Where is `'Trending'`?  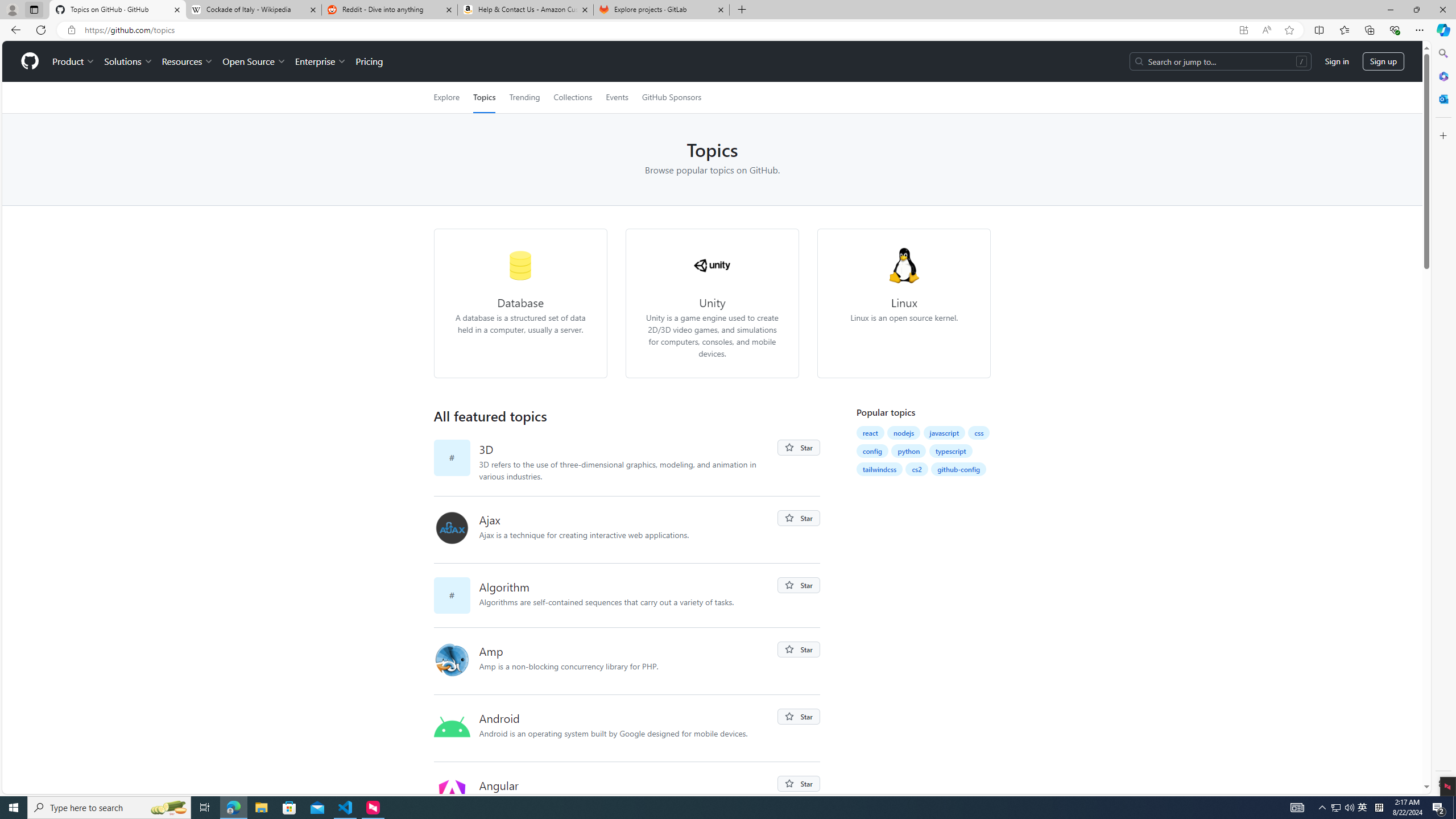
'Trending' is located at coordinates (524, 97).